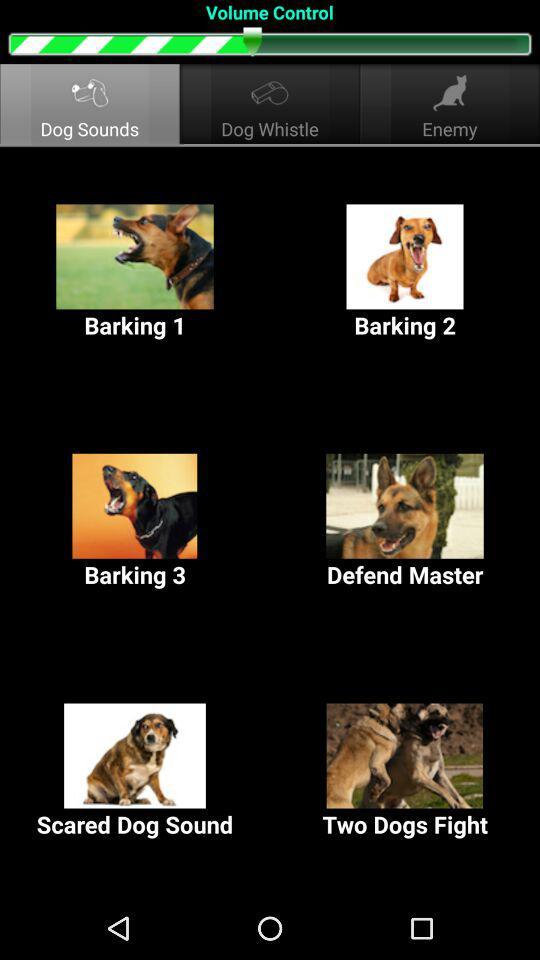 This screenshot has height=960, width=540. I want to click on the button next to scared dog sound icon, so click(405, 770).